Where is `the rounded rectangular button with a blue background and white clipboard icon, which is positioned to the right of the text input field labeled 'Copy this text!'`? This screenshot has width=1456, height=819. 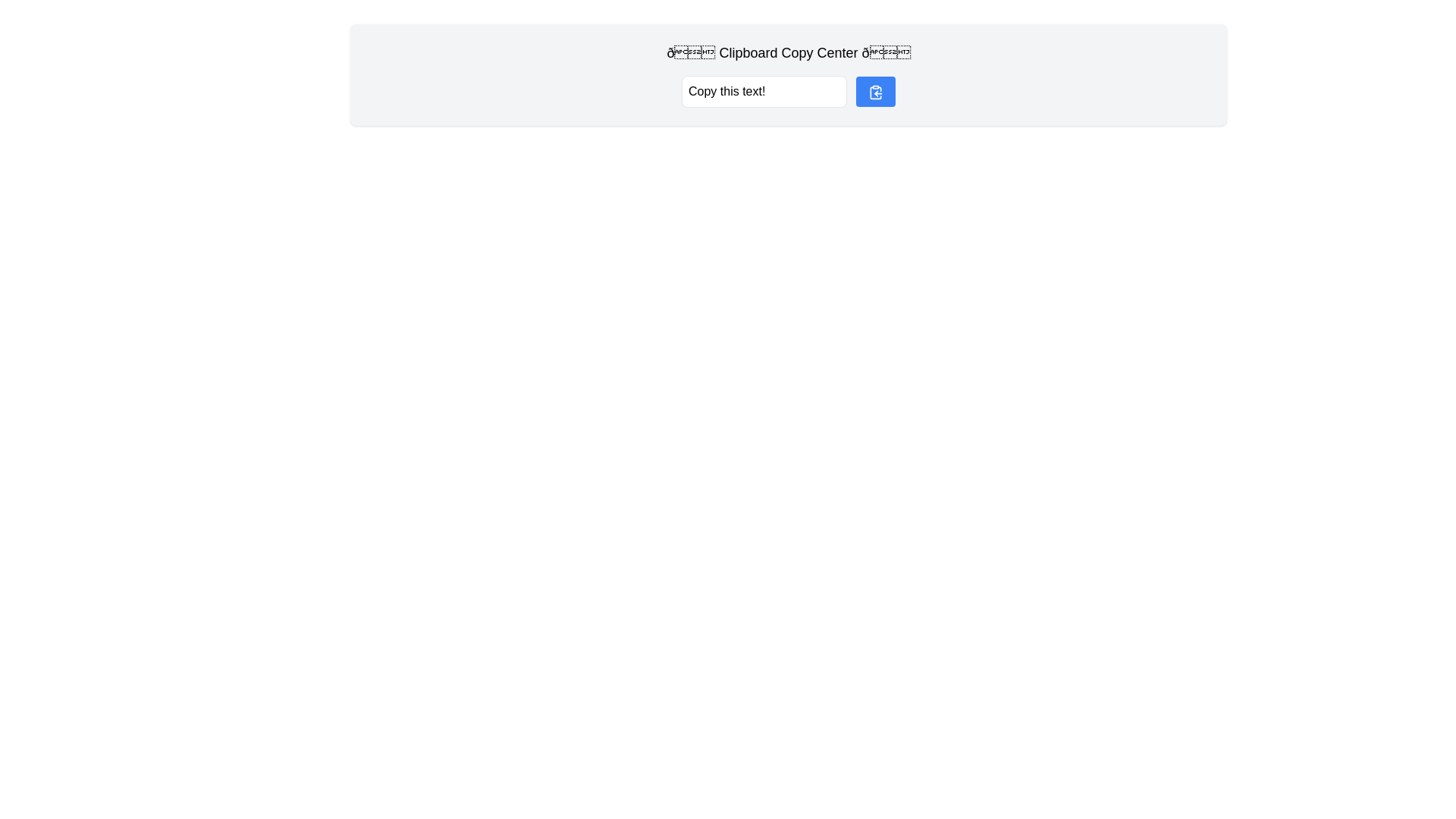
the rounded rectangular button with a blue background and white clipboard icon, which is positioned to the right of the text input field labeled 'Copy this text!' is located at coordinates (876, 91).